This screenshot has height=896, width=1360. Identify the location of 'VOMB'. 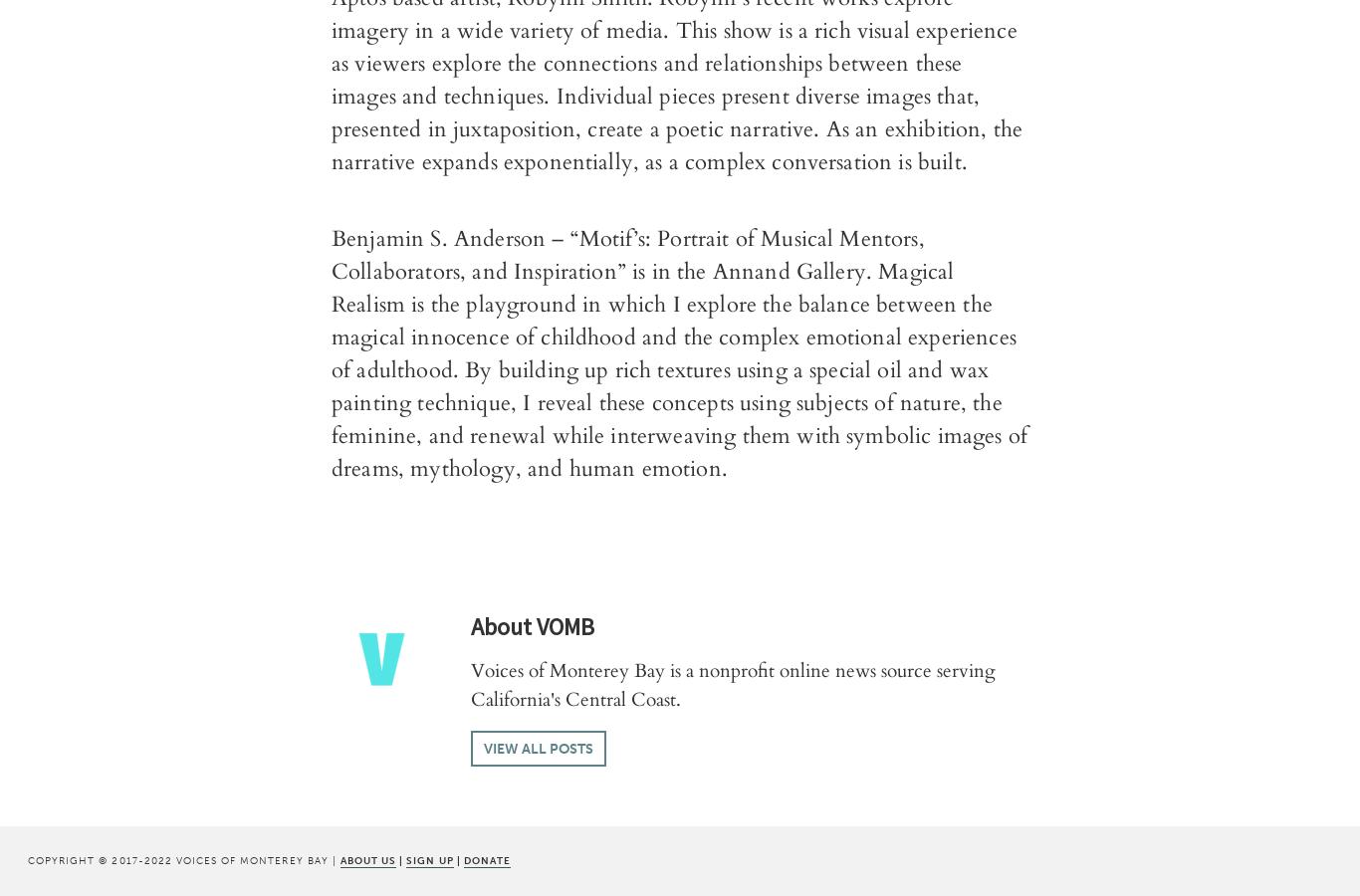
(531, 626).